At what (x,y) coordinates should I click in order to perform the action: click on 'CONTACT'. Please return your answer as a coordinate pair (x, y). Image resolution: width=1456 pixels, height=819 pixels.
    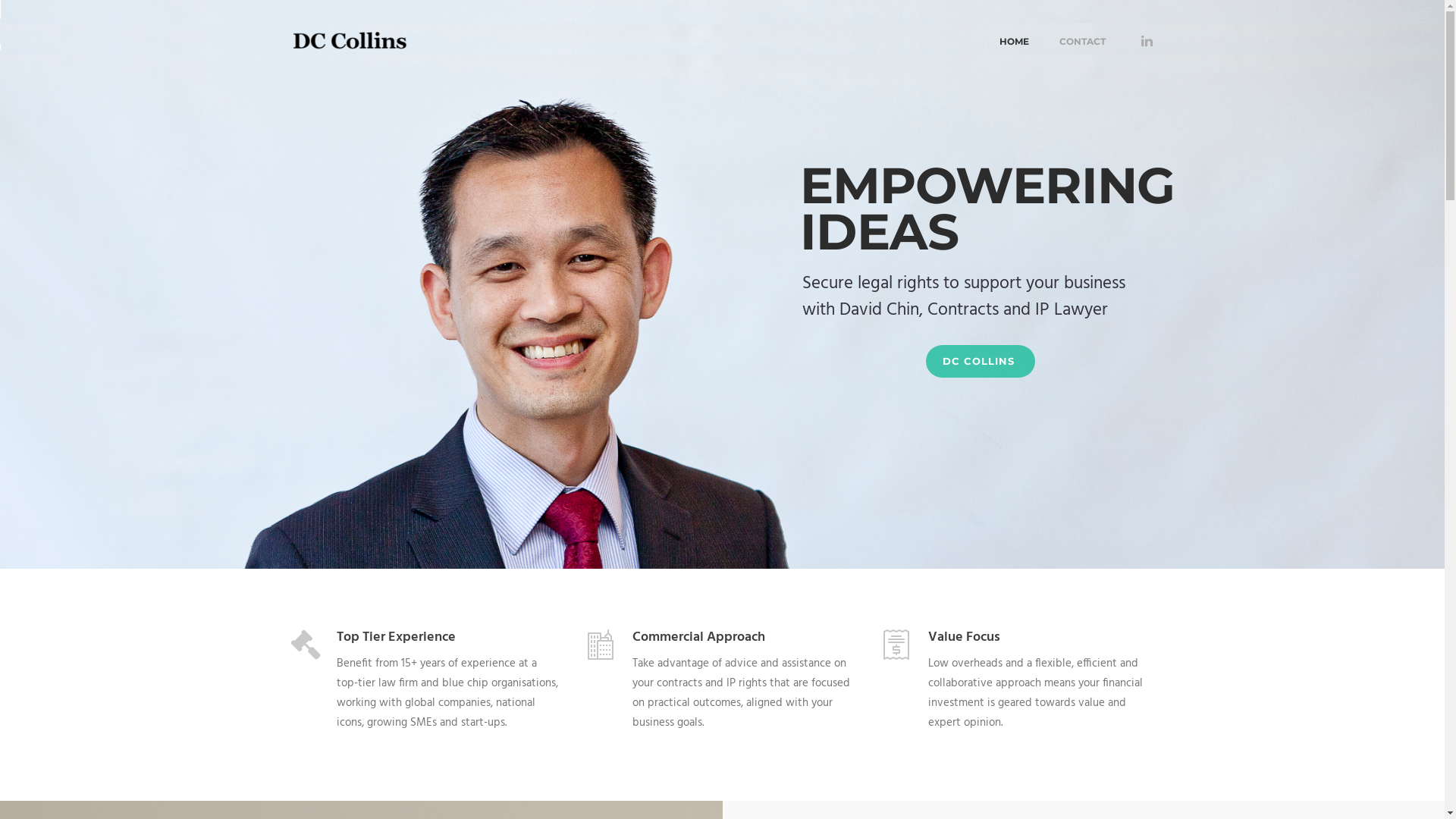
    Looking at the image, I should click on (1043, 39).